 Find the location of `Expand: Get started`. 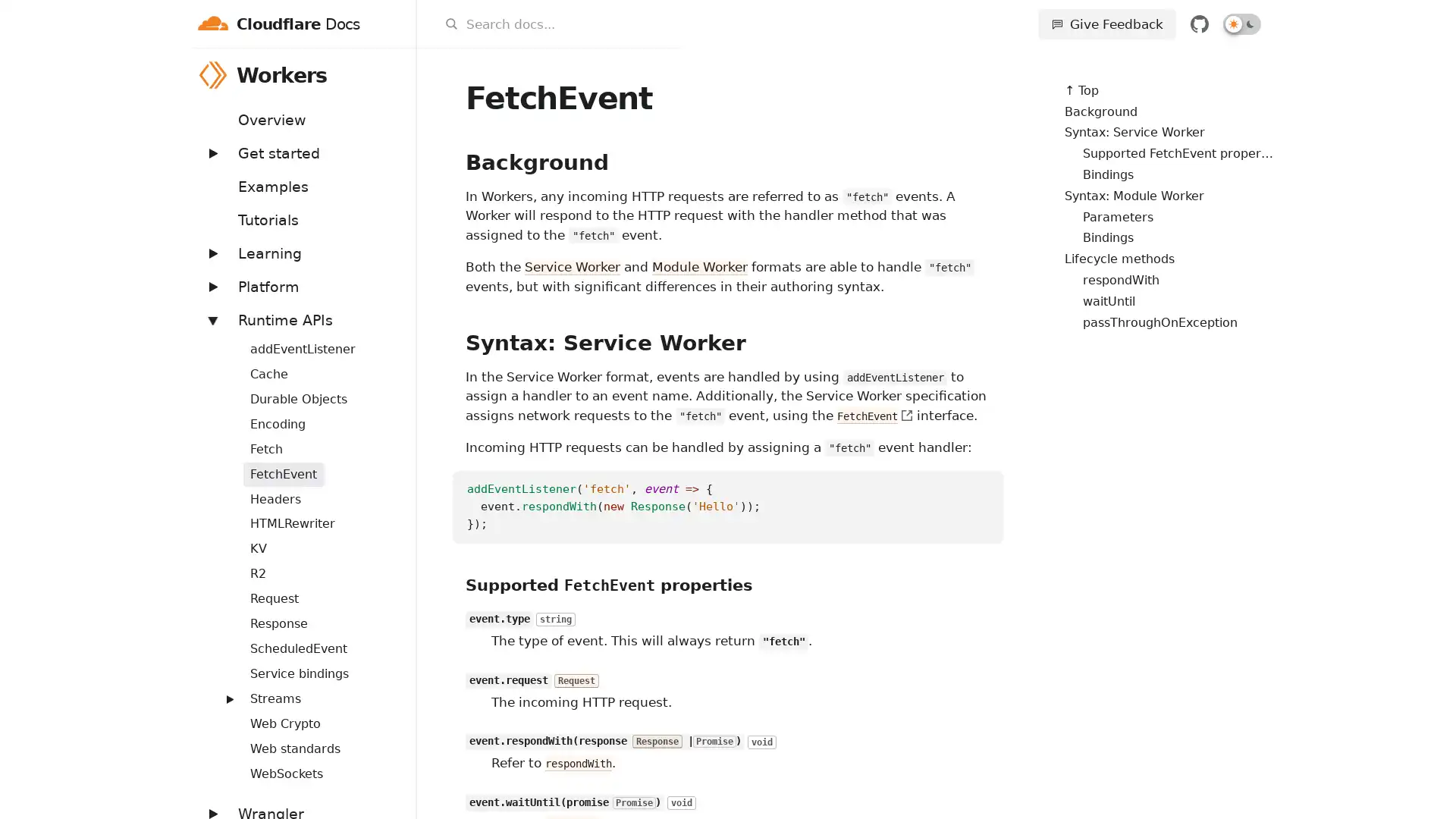

Expand: Get started is located at coordinates (211, 152).